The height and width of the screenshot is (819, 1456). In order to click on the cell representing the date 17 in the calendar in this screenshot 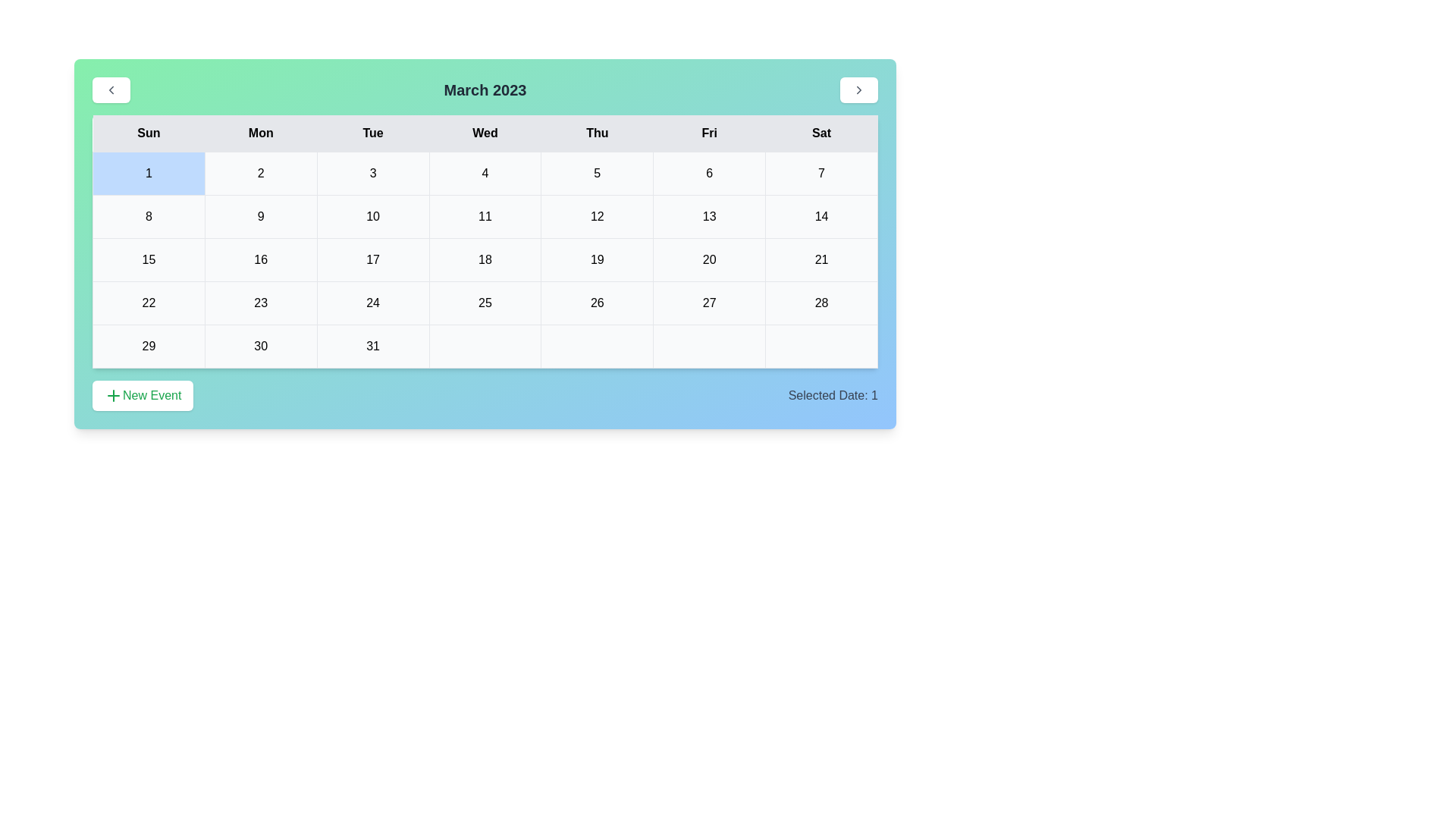, I will do `click(372, 259)`.